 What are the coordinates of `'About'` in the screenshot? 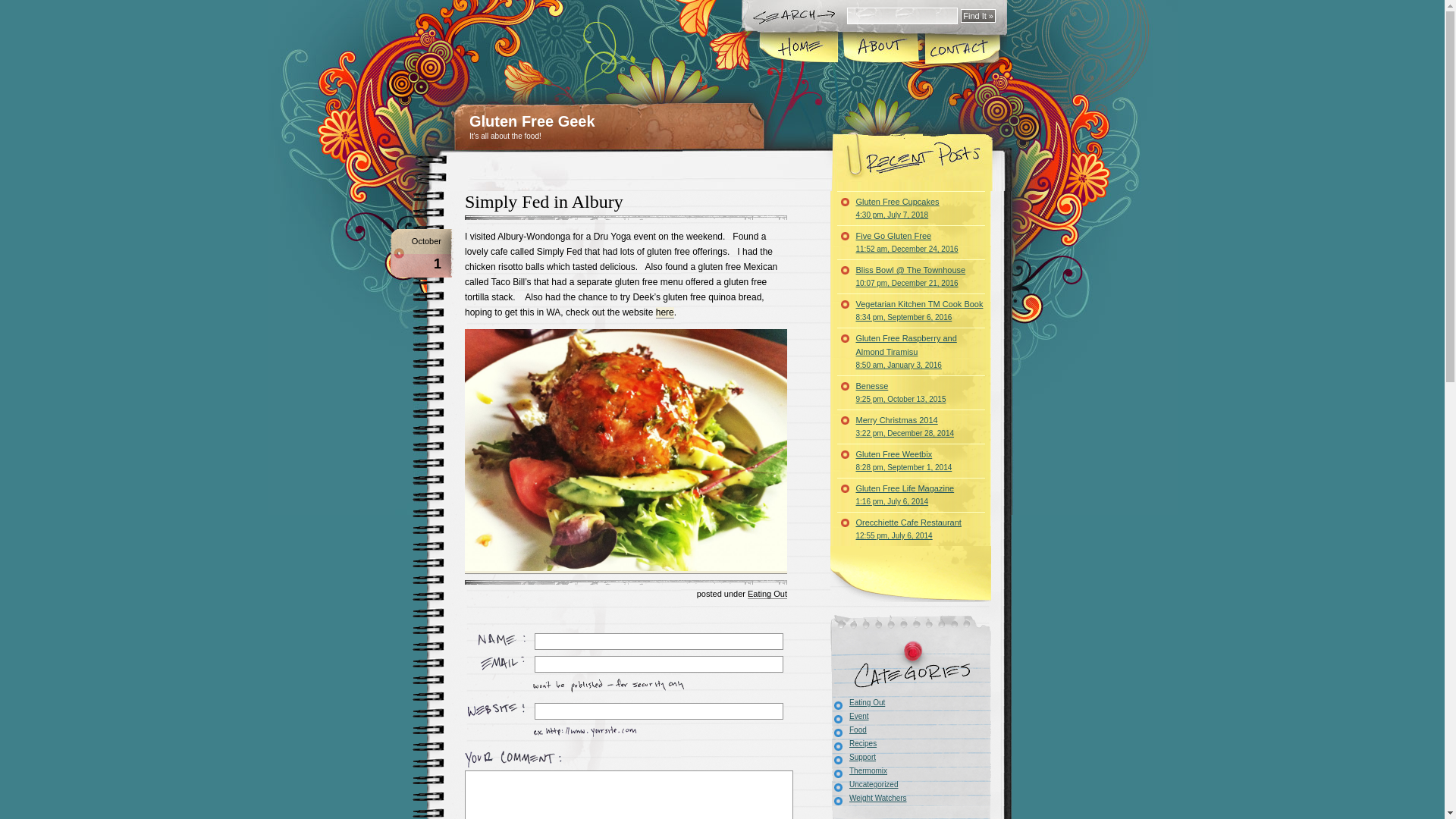 It's located at (880, 48).